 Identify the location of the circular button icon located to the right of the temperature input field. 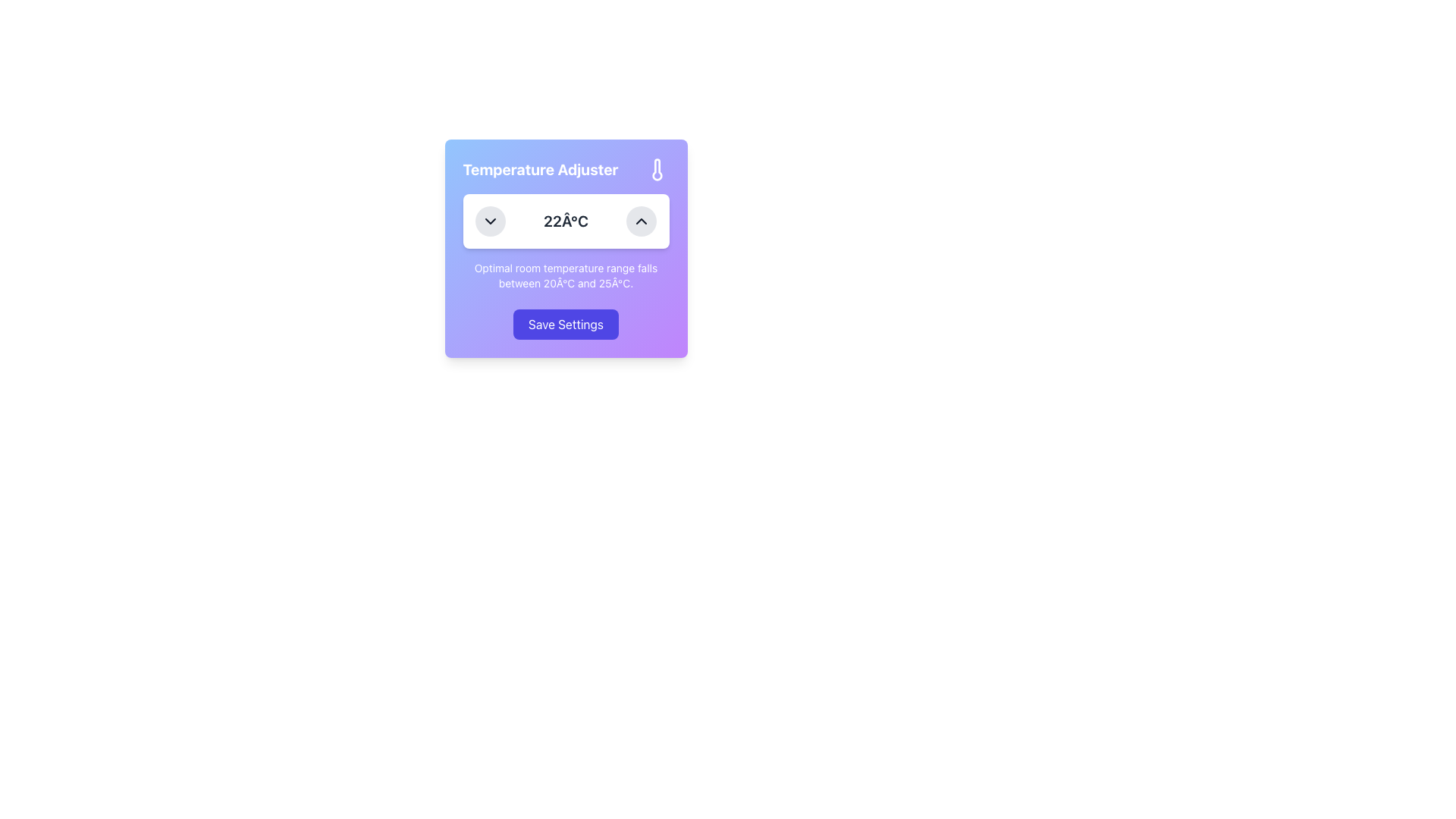
(490, 221).